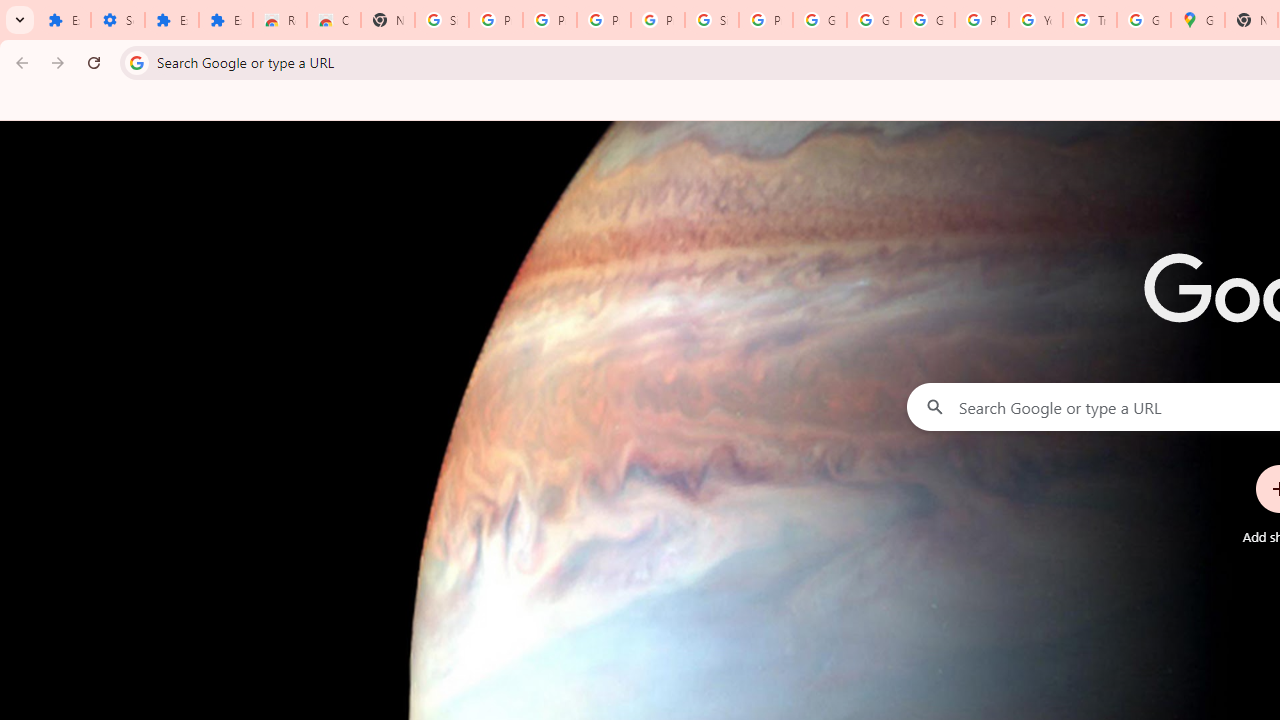 The width and height of the screenshot is (1280, 720). Describe the element at coordinates (387, 20) in the screenshot. I see `'New Tab'` at that location.